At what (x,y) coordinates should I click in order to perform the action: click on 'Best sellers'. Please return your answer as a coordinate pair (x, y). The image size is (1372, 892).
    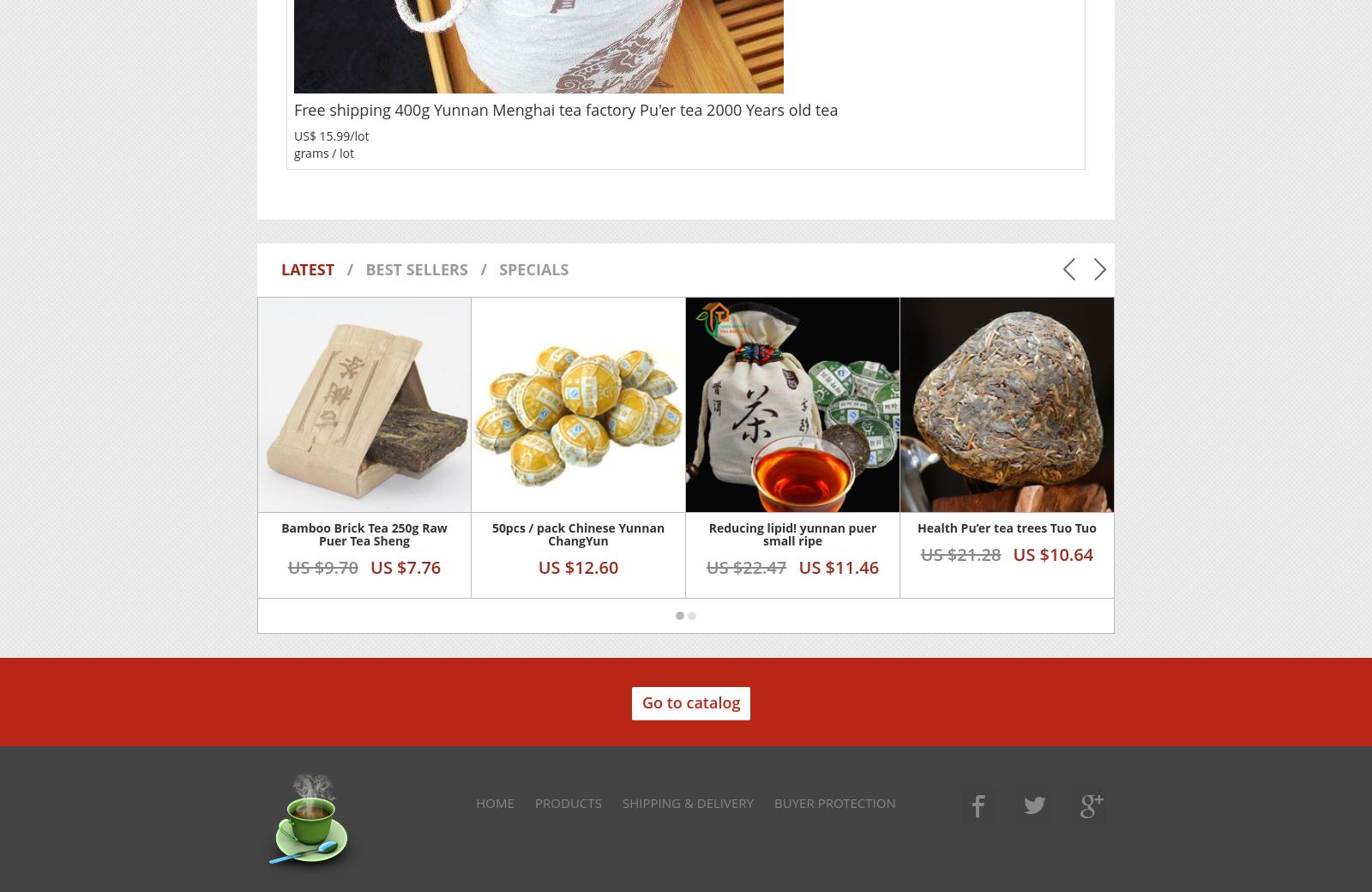
    Looking at the image, I should click on (364, 268).